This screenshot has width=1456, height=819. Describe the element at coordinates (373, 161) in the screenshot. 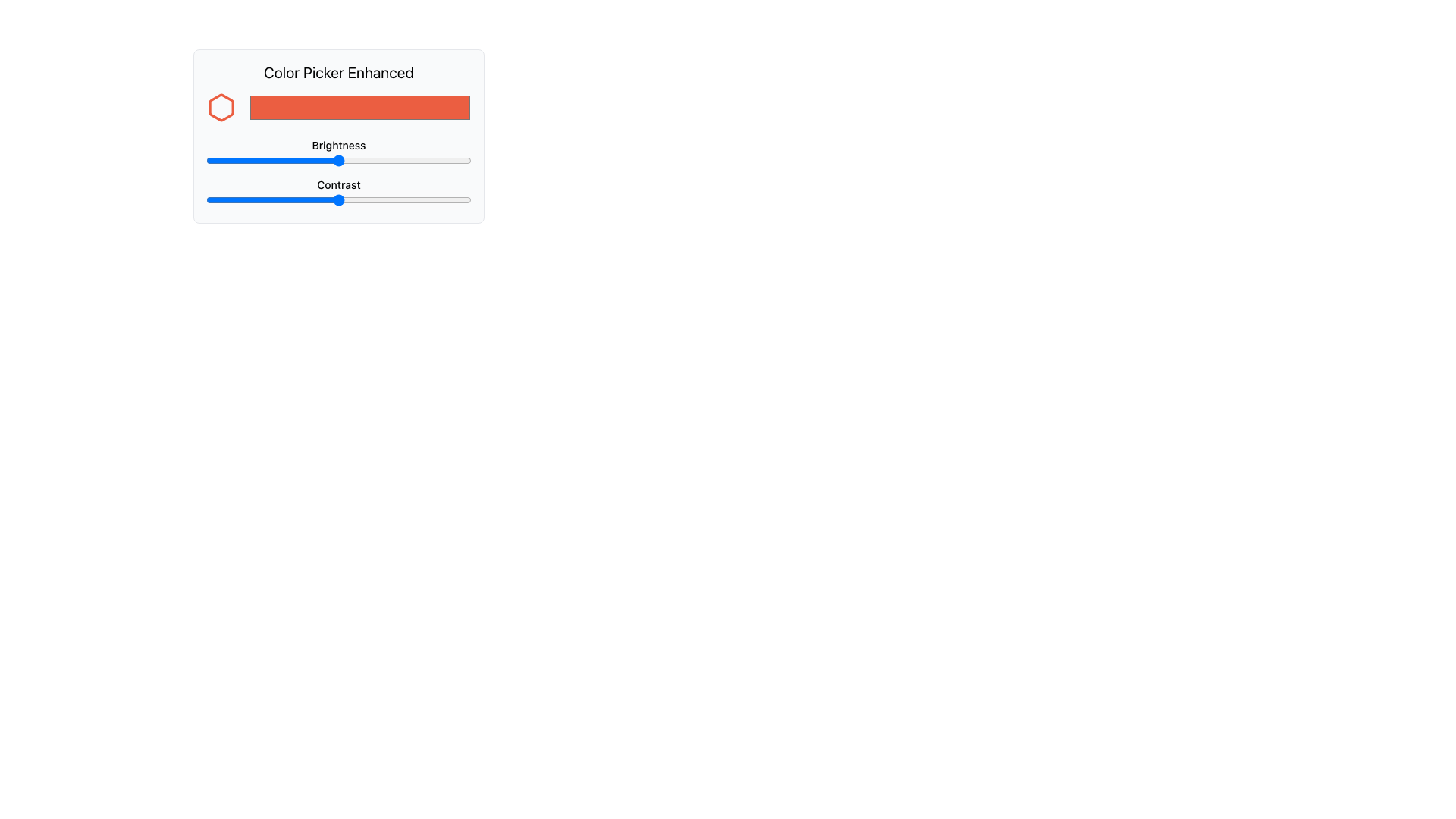

I see `brightness` at that location.